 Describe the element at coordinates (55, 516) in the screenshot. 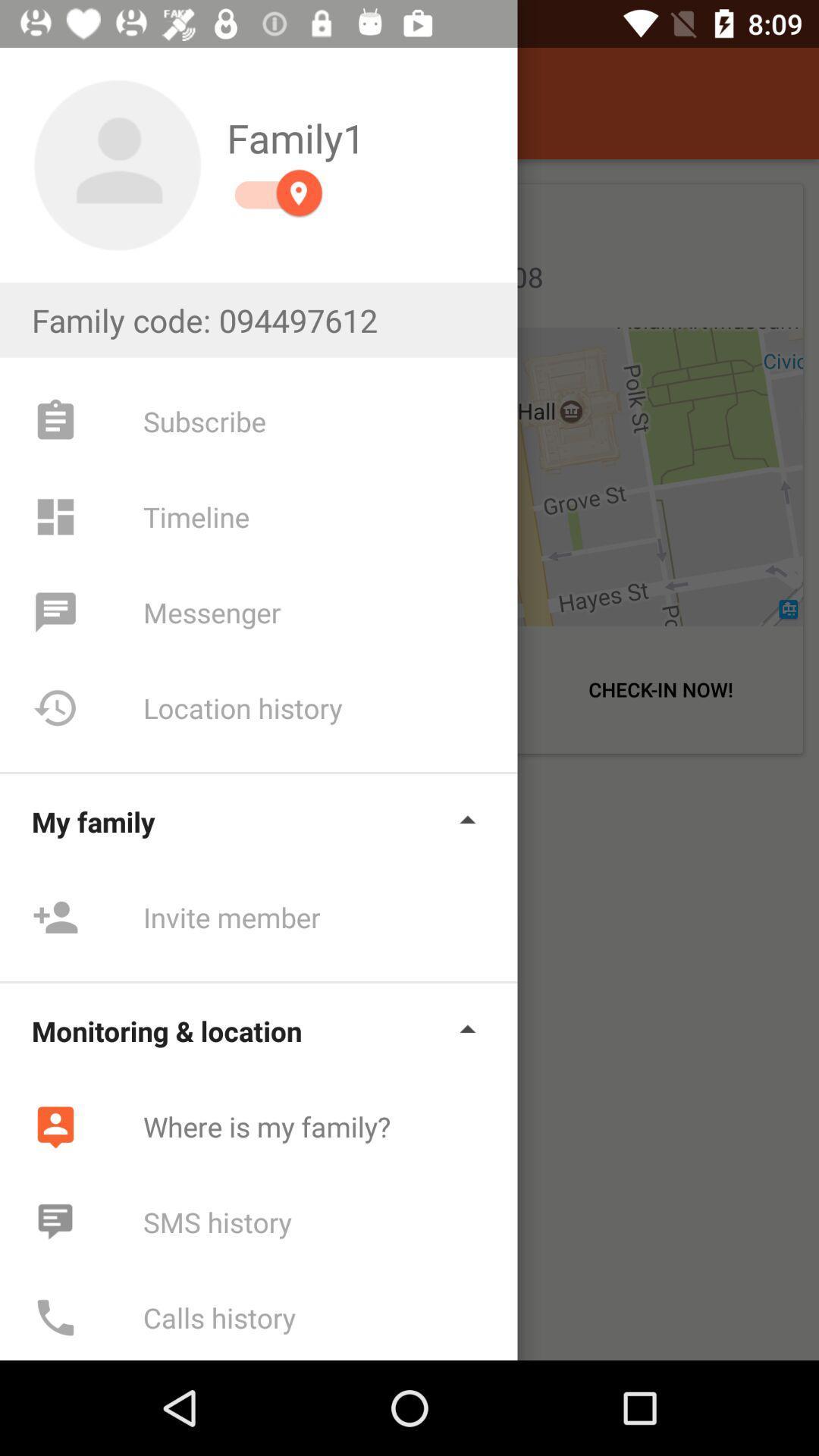

I see `the timeline icon` at that location.